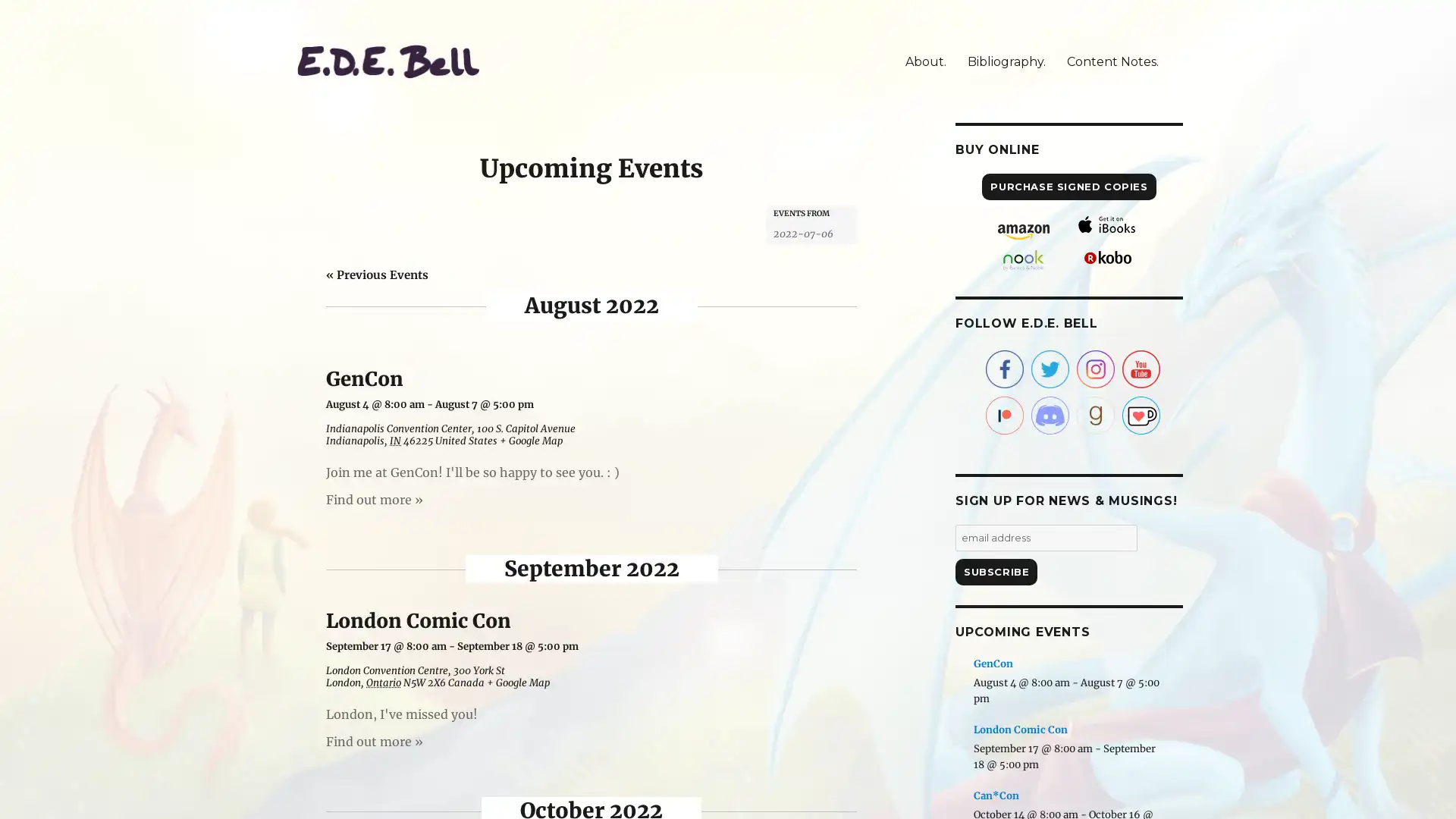 Image resolution: width=1456 pixels, height=819 pixels. What do you see at coordinates (996, 572) in the screenshot?
I see `Subscribe` at bounding box center [996, 572].